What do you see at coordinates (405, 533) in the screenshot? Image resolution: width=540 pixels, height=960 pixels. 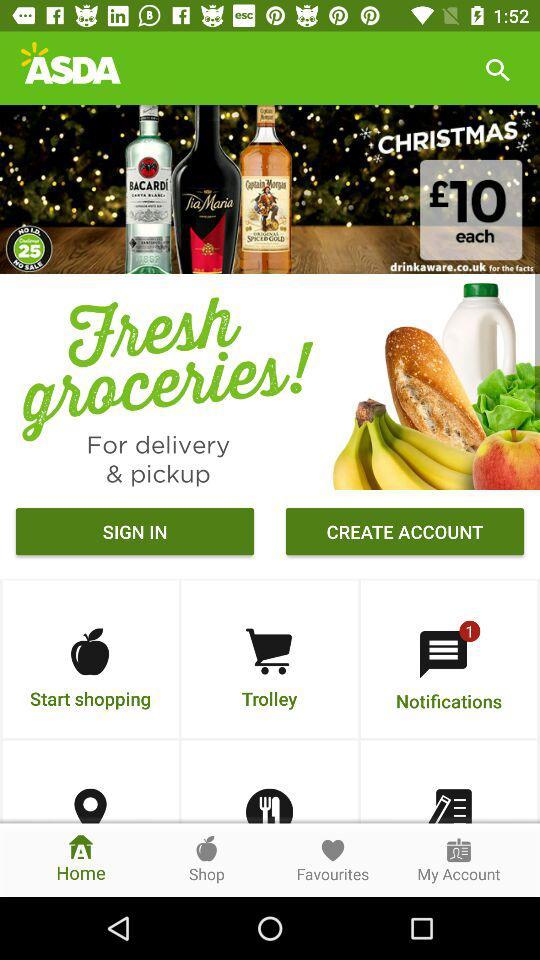 I see `the button which is right to sign in button` at bounding box center [405, 533].